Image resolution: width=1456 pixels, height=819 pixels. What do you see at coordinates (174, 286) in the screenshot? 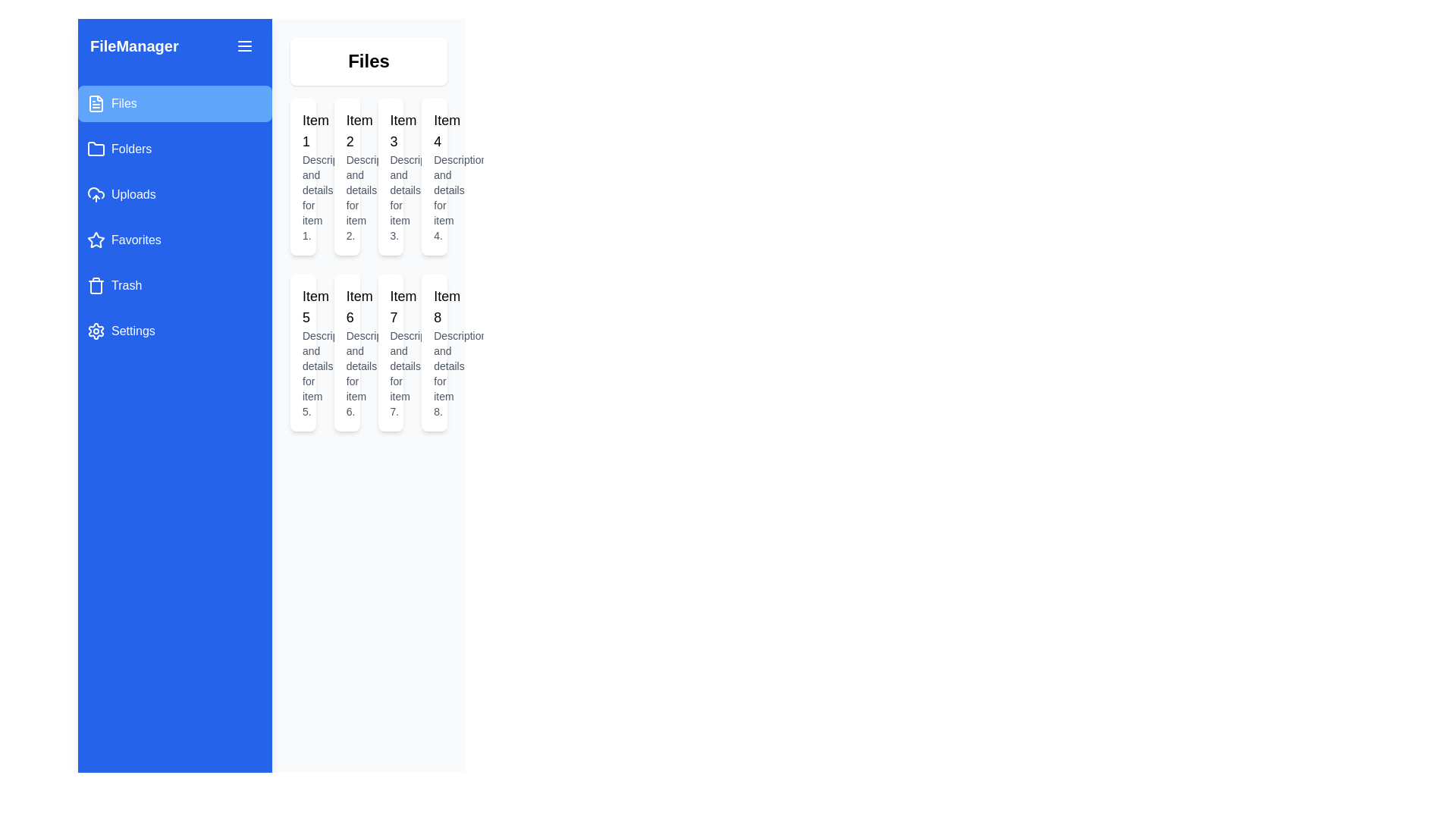
I see `the navigation button for accessing deleted items in the left-side menu` at bounding box center [174, 286].